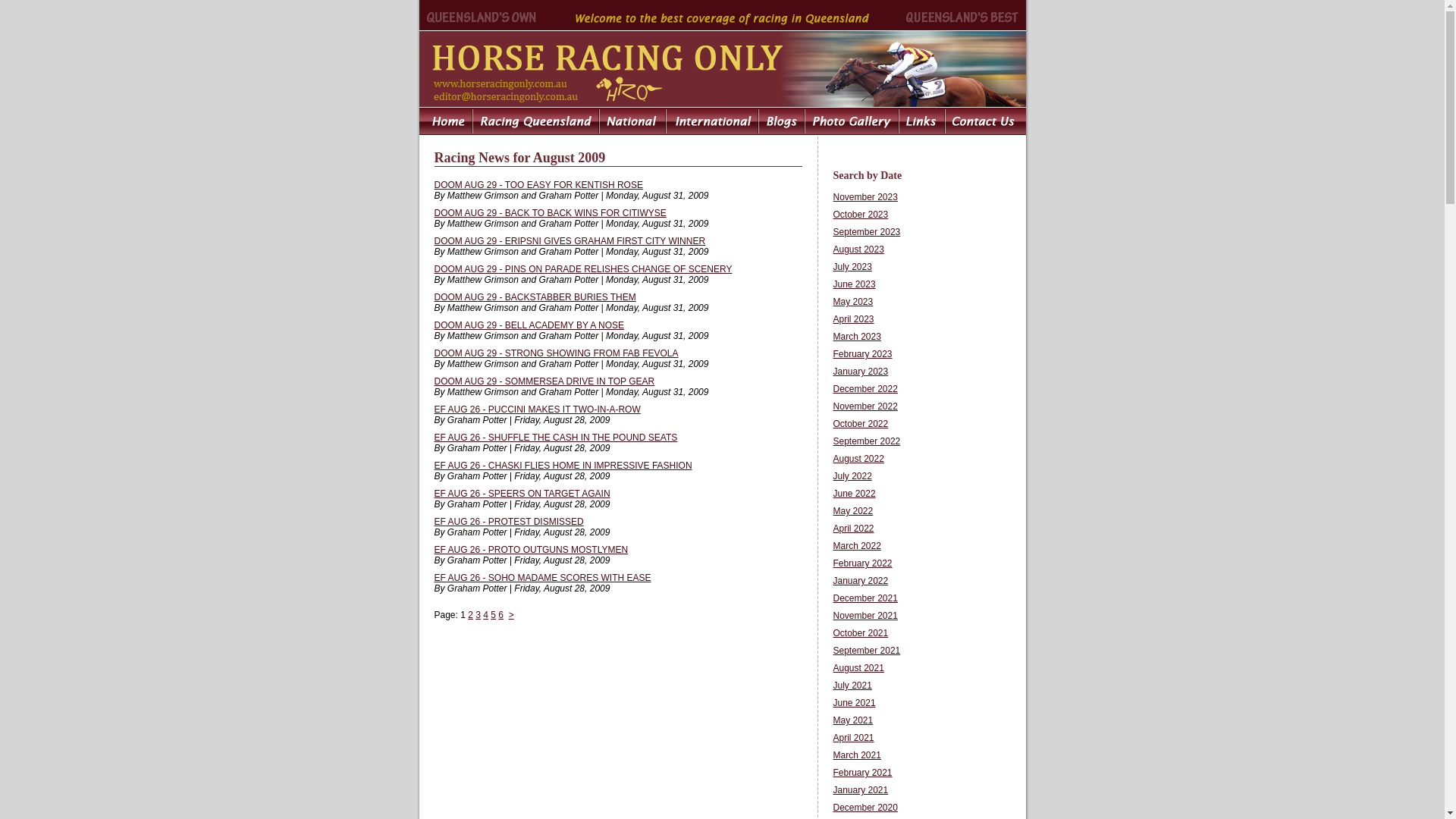 This screenshot has width=1456, height=819. Describe the element at coordinates (538, 184) in the screenshot. I see `'DOOM AUG 29 - TOO EASY FOR KENTISH ROSE'` at that location.